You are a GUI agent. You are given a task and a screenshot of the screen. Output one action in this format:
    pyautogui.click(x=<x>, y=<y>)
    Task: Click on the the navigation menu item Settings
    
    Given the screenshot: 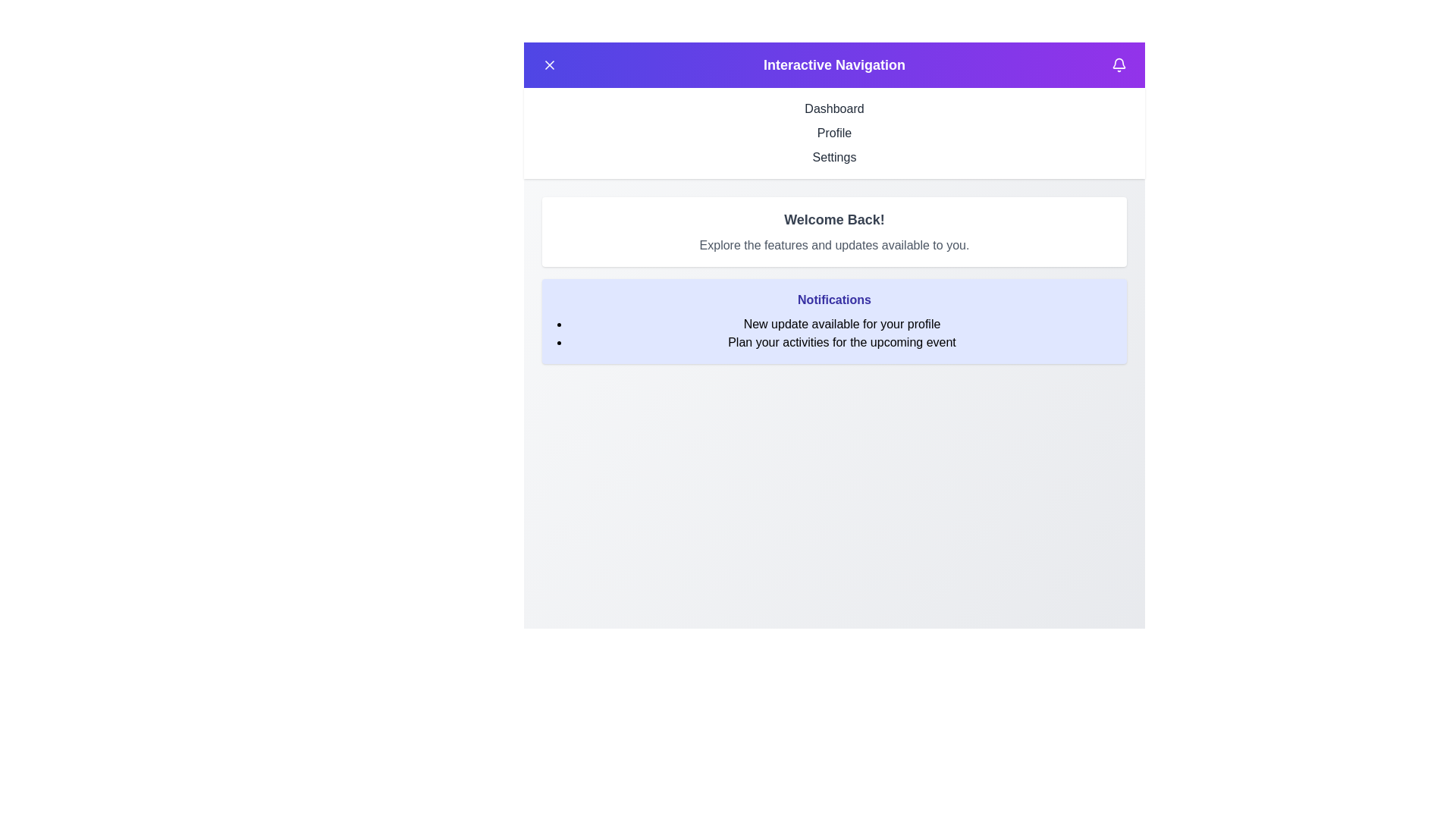 What is the action you would take?
    pyautogui.click(x=833, y=158)
    